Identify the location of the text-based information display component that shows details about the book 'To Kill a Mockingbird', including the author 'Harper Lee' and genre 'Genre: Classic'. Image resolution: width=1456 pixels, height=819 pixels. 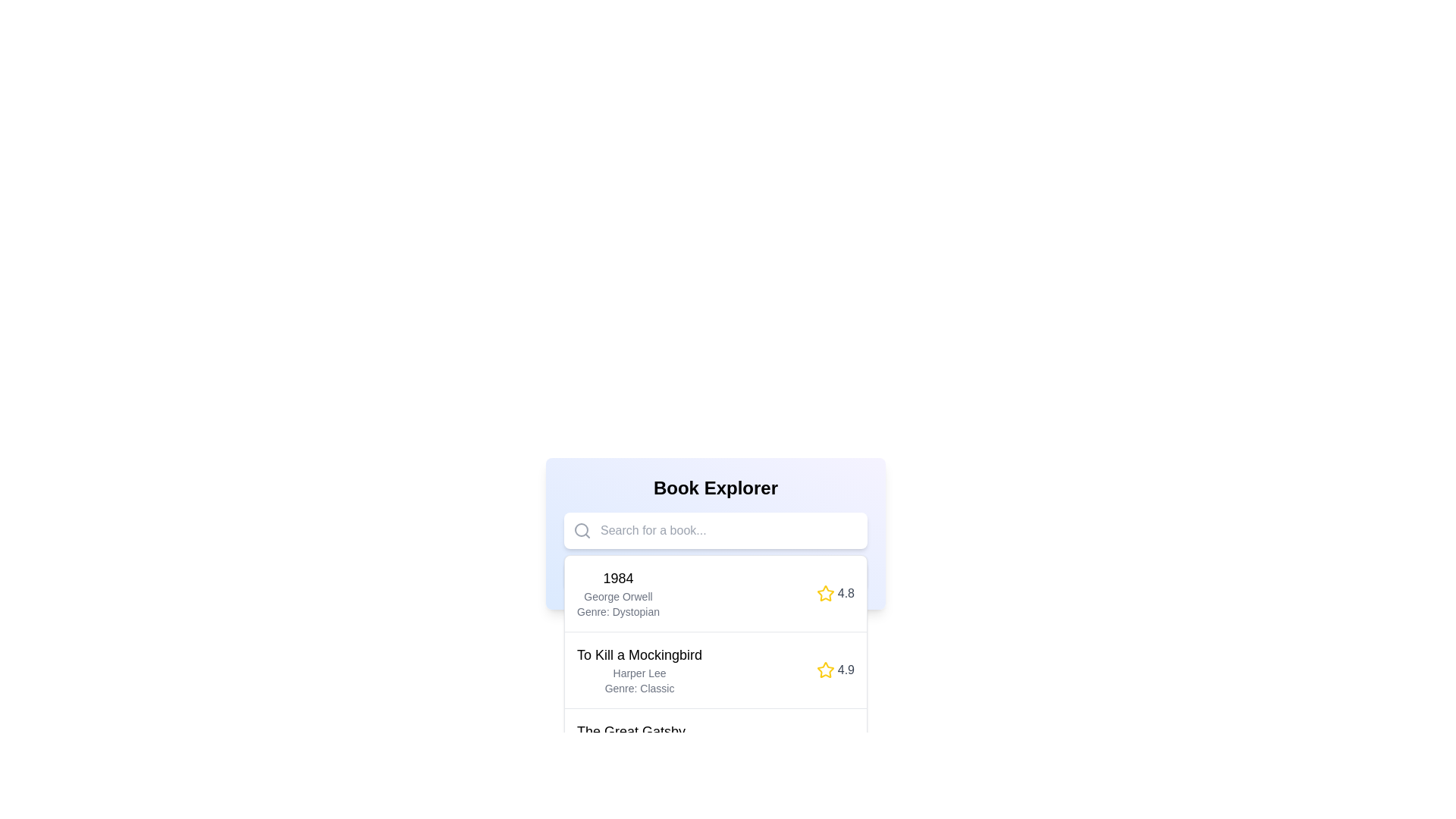
(639, 669).